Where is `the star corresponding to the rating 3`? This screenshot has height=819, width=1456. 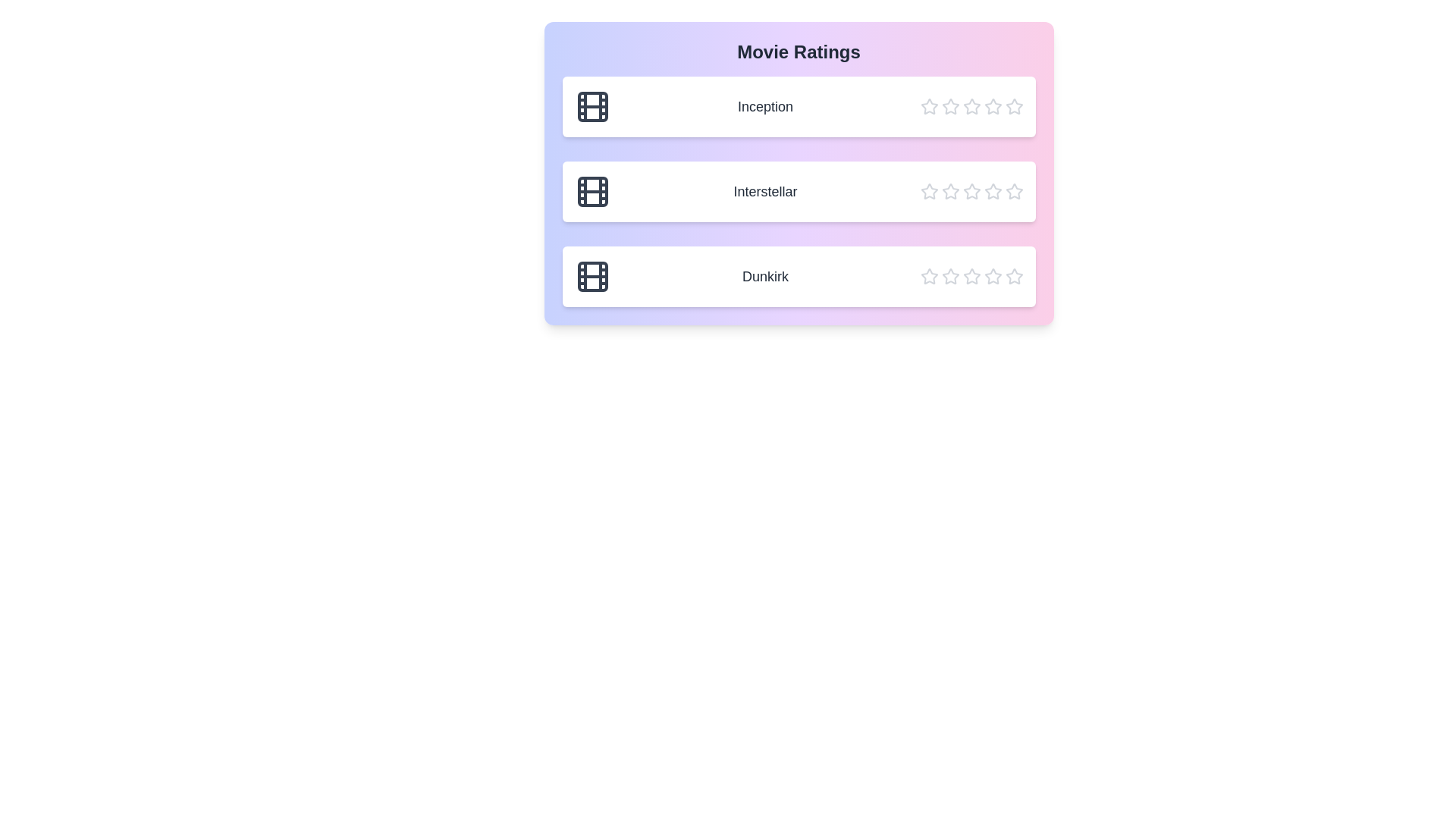
the star corresponding to the rating 3 is located at coordinates (971, 106).